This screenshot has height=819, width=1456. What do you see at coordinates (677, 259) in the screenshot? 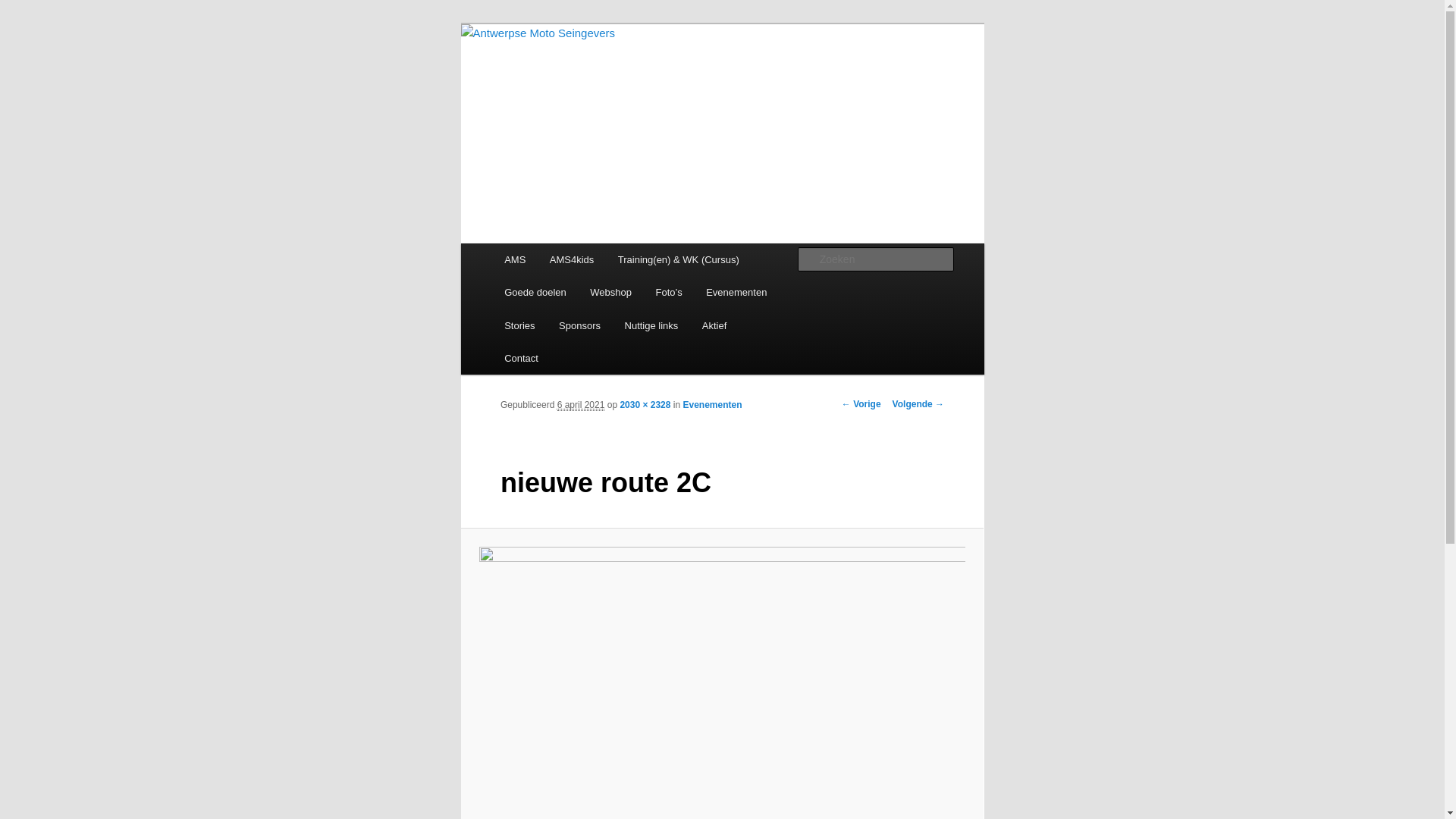
I see `'Training(en) & WK (Cursus)'` at bounding box center [677, 259].